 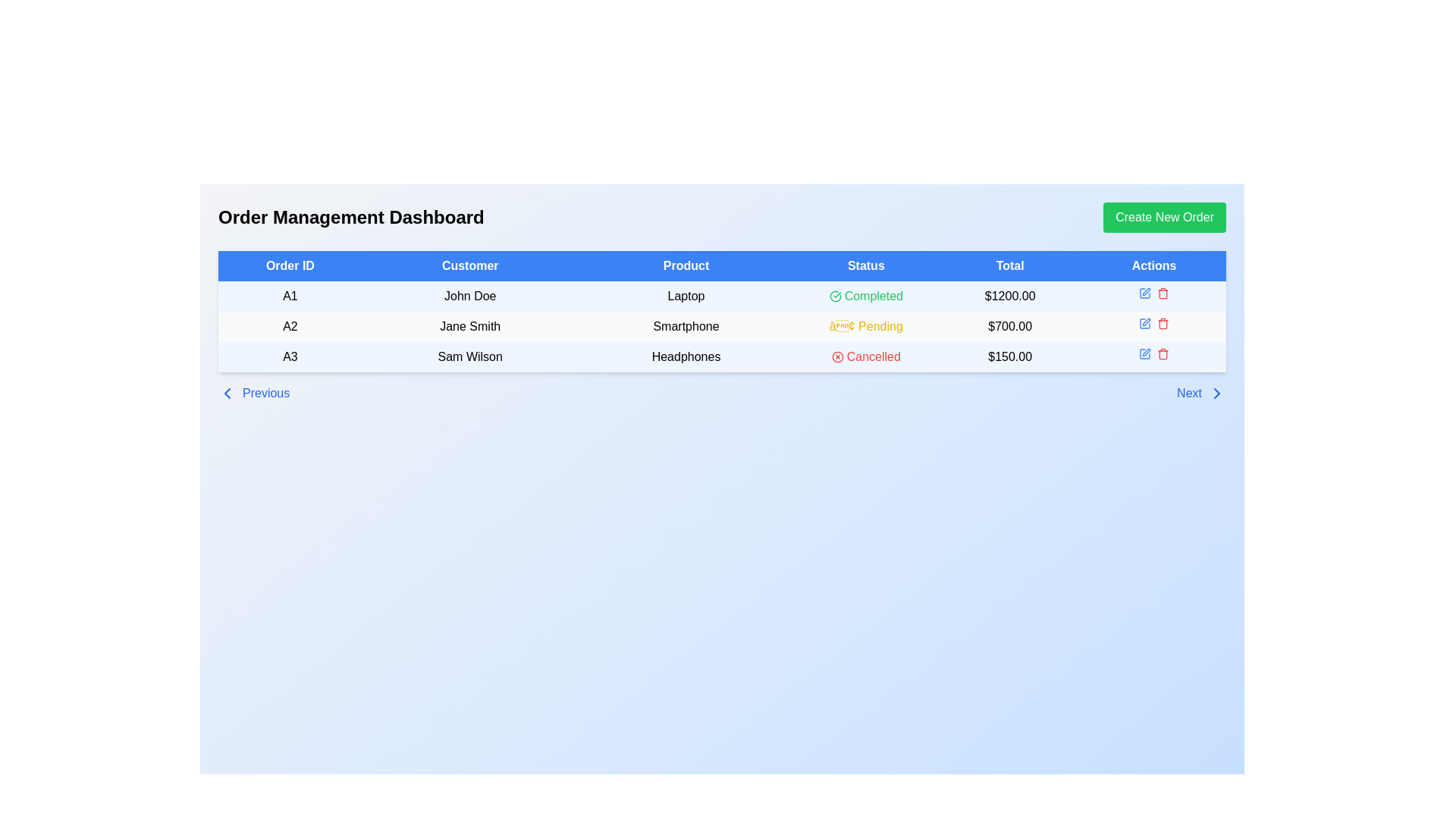 What do you see at coordinates (866, 356) in the screenshot?
I see `the 'Cancelled' status label with icon for the order of 'Sam Wilson' for 'Headphones' located in the fourth column of the status data grid` at bounding box center [866, 356].